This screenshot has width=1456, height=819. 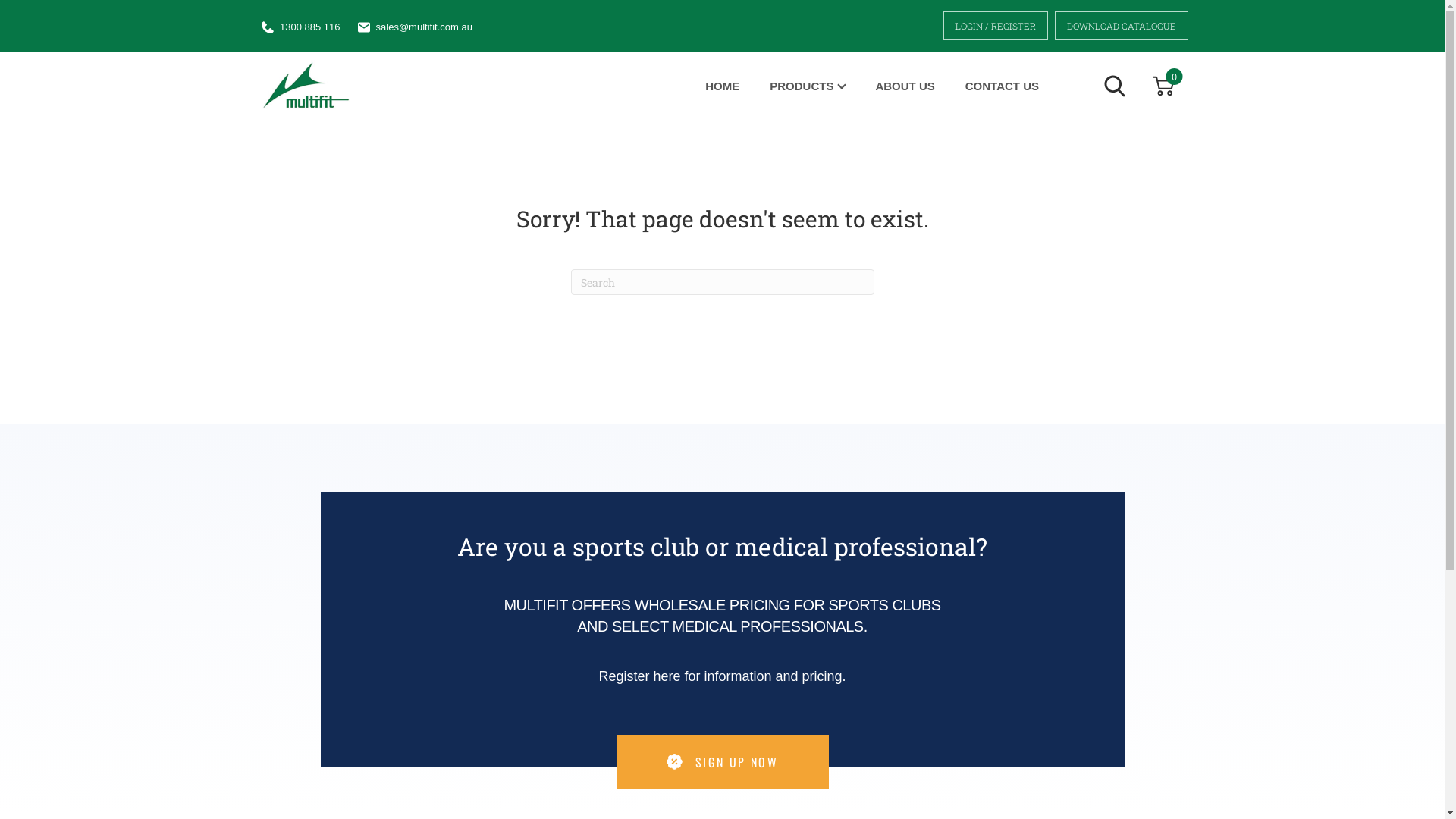 I want to click on '0', so click(x=1163, y=84).